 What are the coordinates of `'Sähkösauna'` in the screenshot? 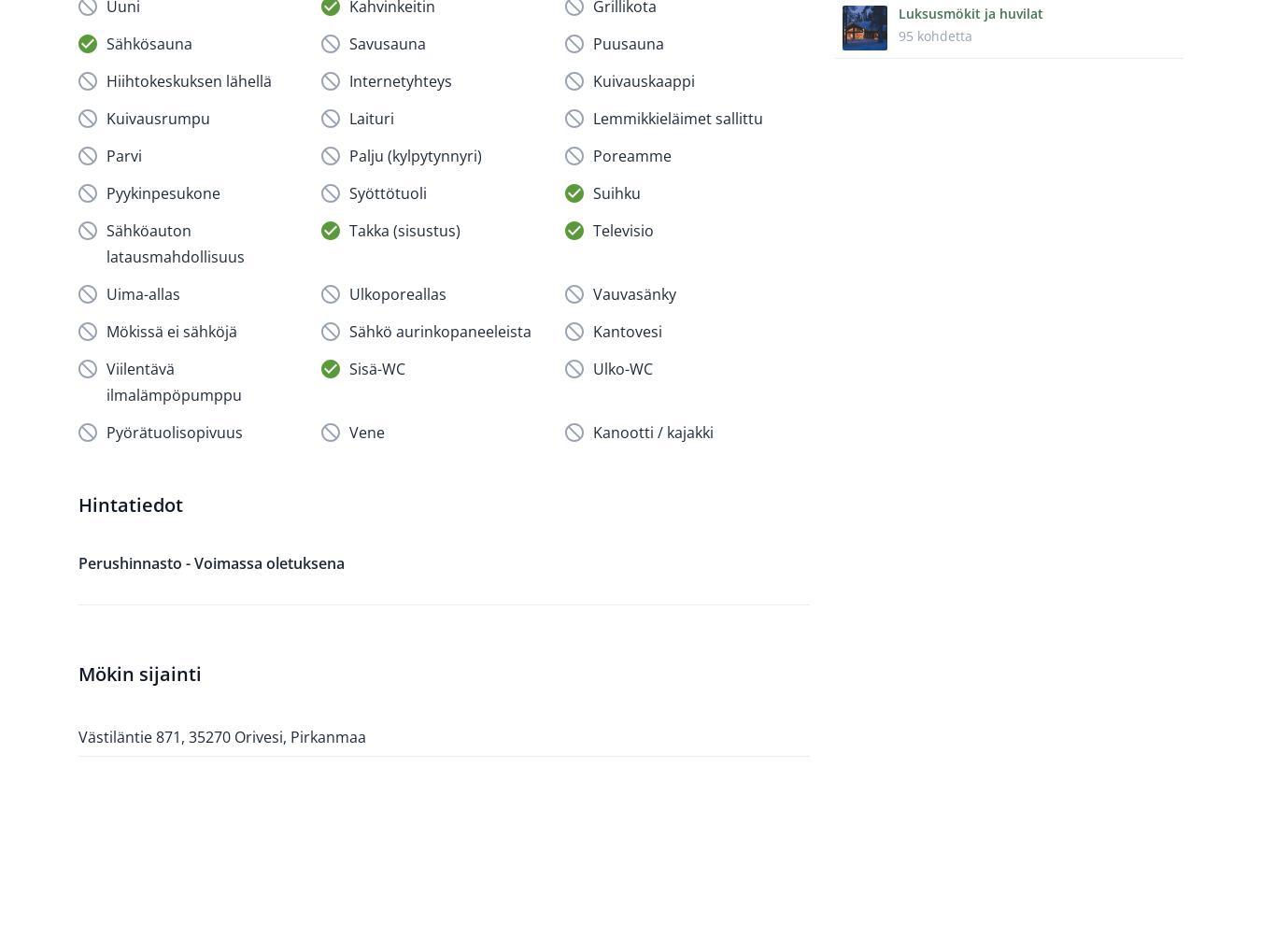 It's located at (149, 41).